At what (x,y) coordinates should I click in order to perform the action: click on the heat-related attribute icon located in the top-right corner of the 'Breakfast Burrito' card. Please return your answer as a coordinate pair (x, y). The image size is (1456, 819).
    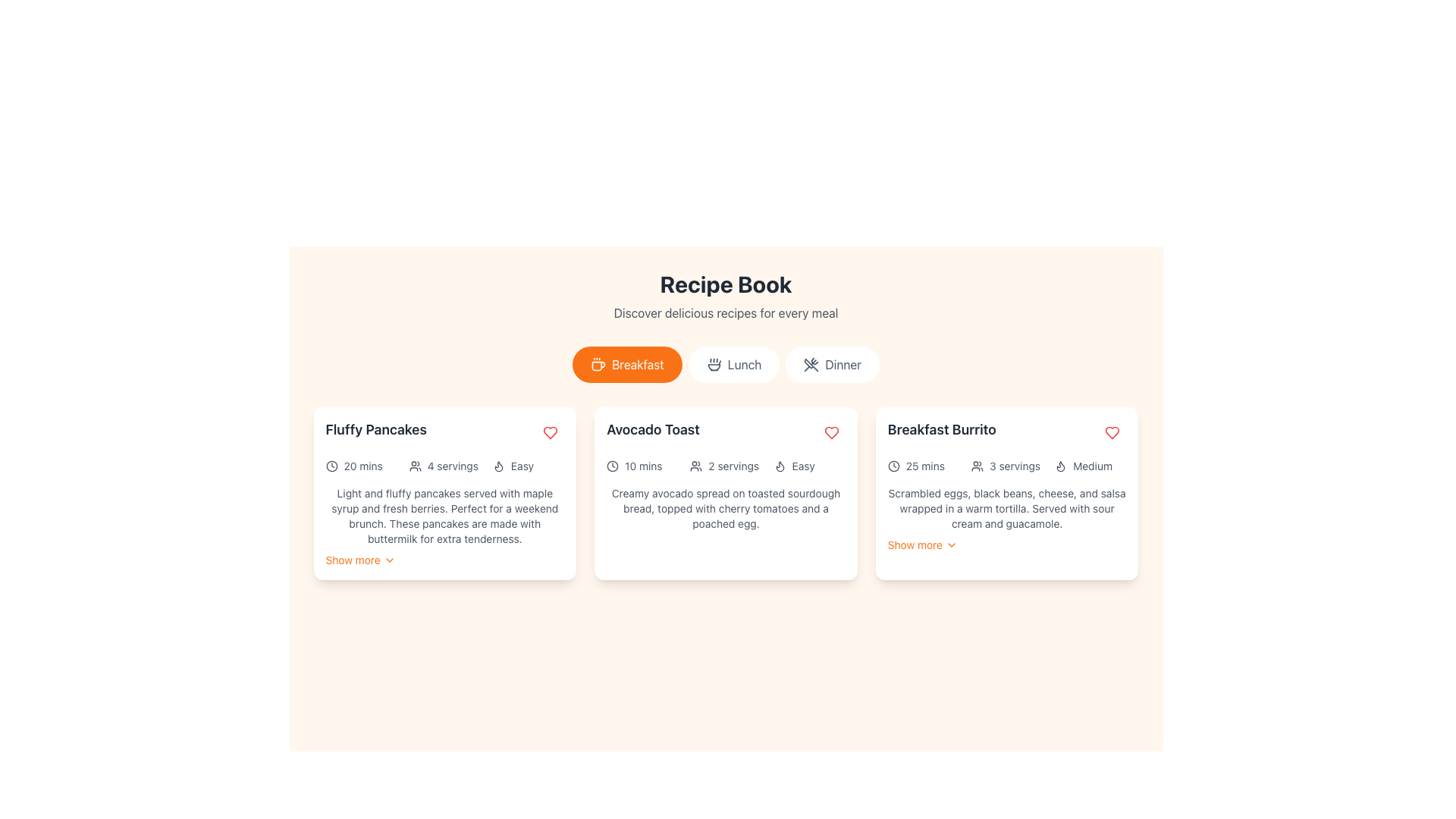
    Looking at the image, I should click on (1060, 466).